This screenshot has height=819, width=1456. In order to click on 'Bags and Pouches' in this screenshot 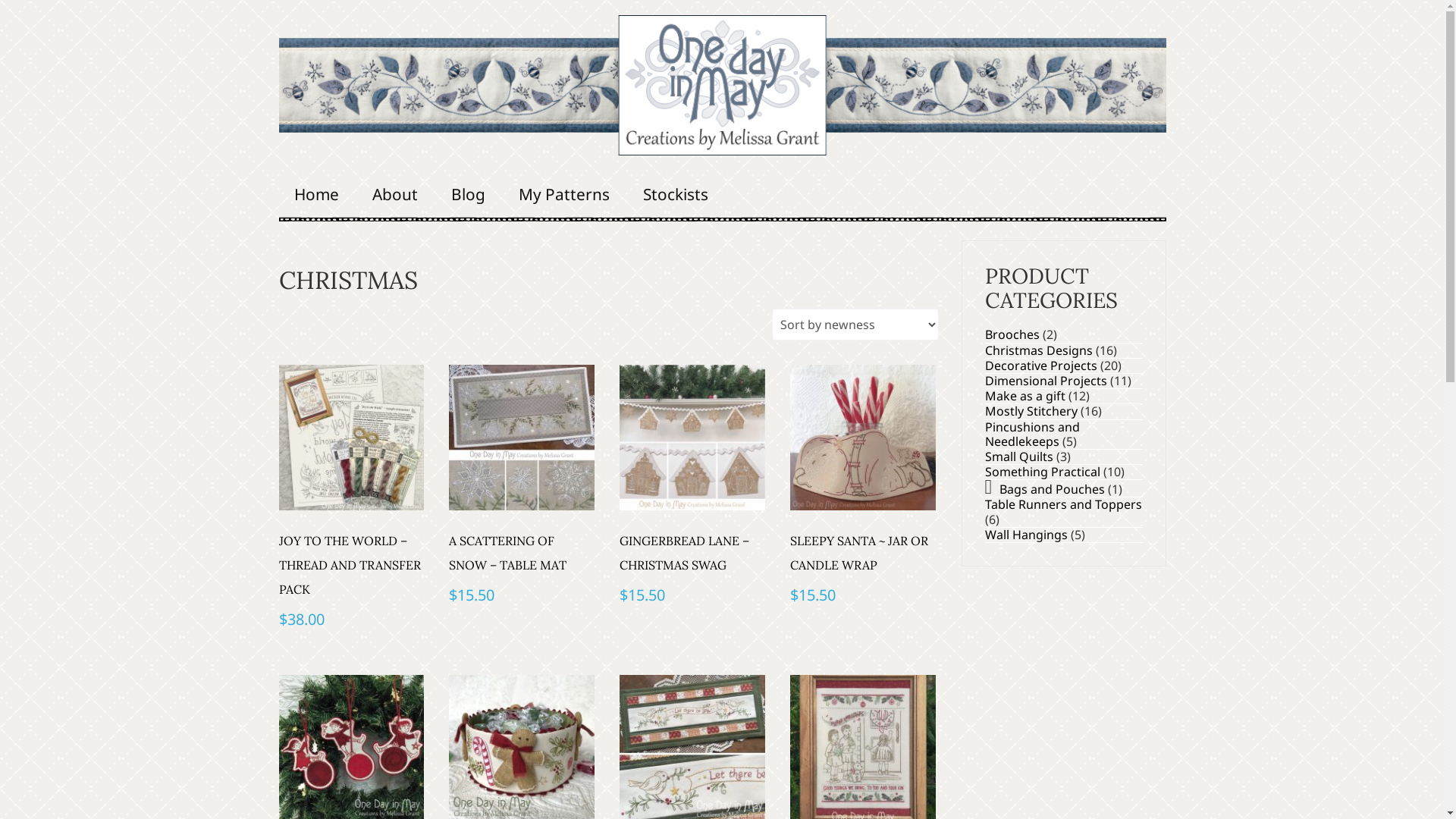, I will do `click(1051, 488)`.